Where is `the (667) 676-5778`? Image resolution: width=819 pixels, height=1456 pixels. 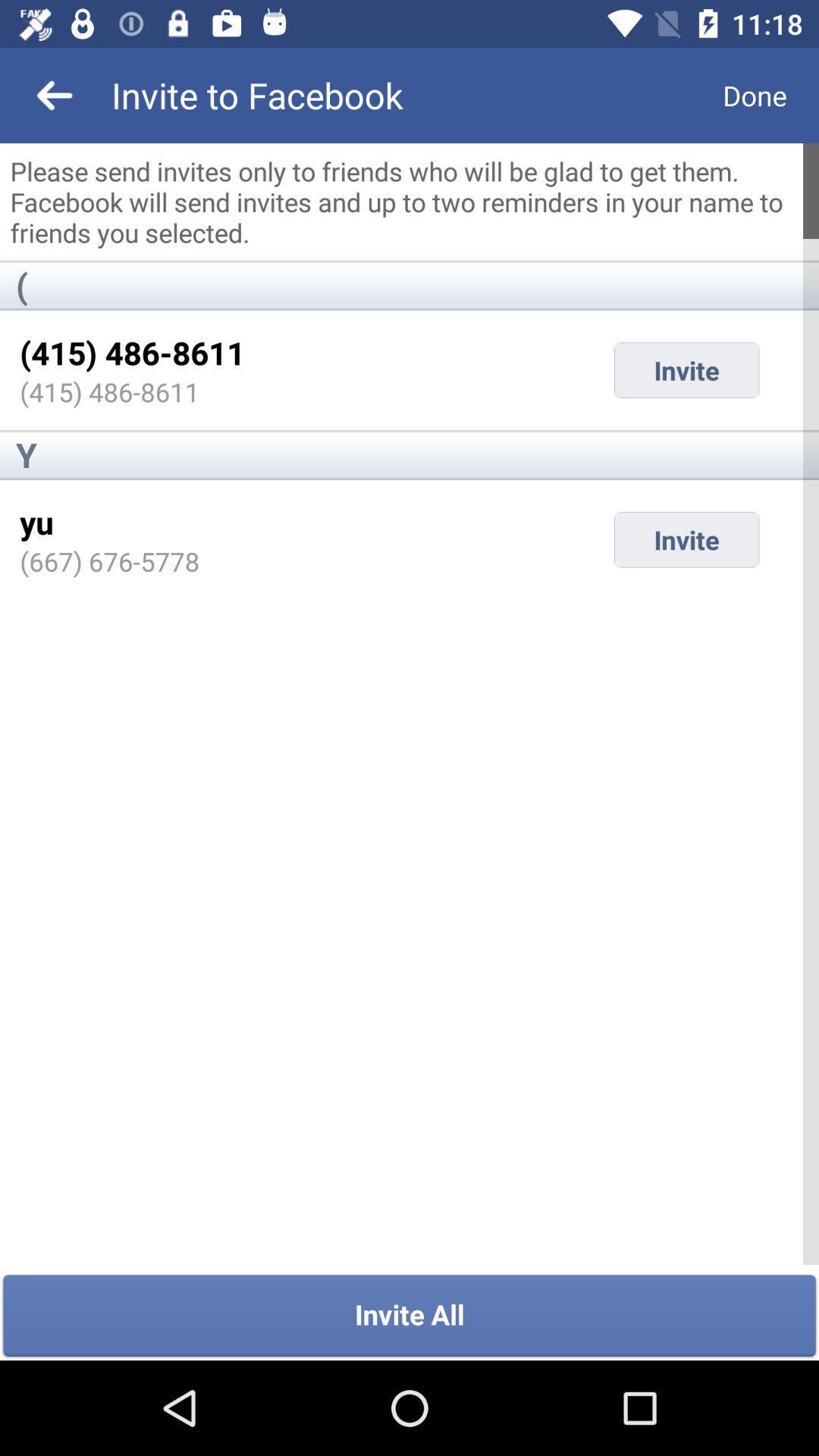
the (667) 676-5778 is located at coordinates (108, 560).